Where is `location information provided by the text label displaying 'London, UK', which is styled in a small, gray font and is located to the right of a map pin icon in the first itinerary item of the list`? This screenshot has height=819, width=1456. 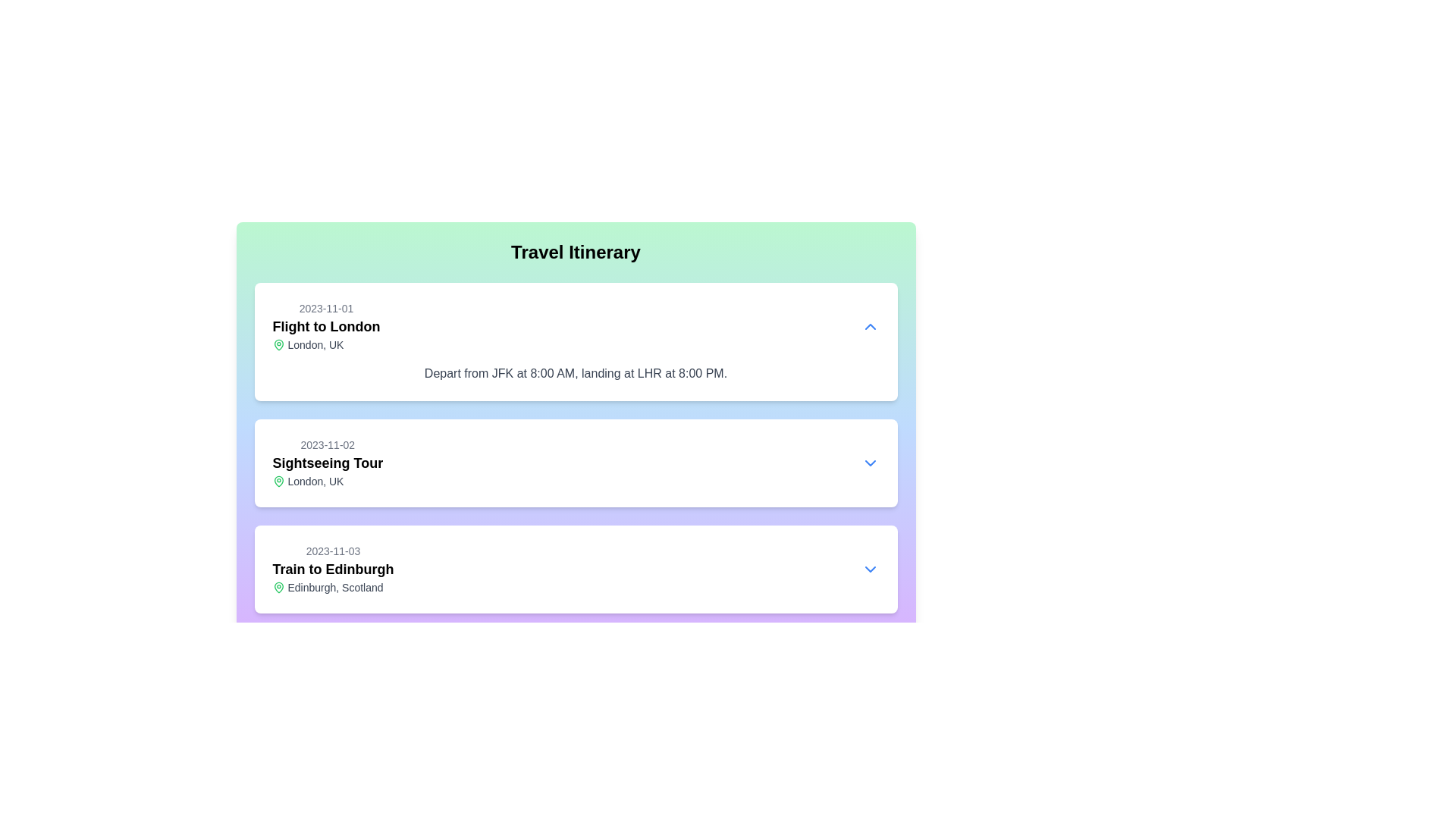 location information provided by the text label displaying 'London, UK', which is styled in a small, gray font and is located to the right of a map pin icon in the first itinerary item of the list is located at coordinates (315, 345).